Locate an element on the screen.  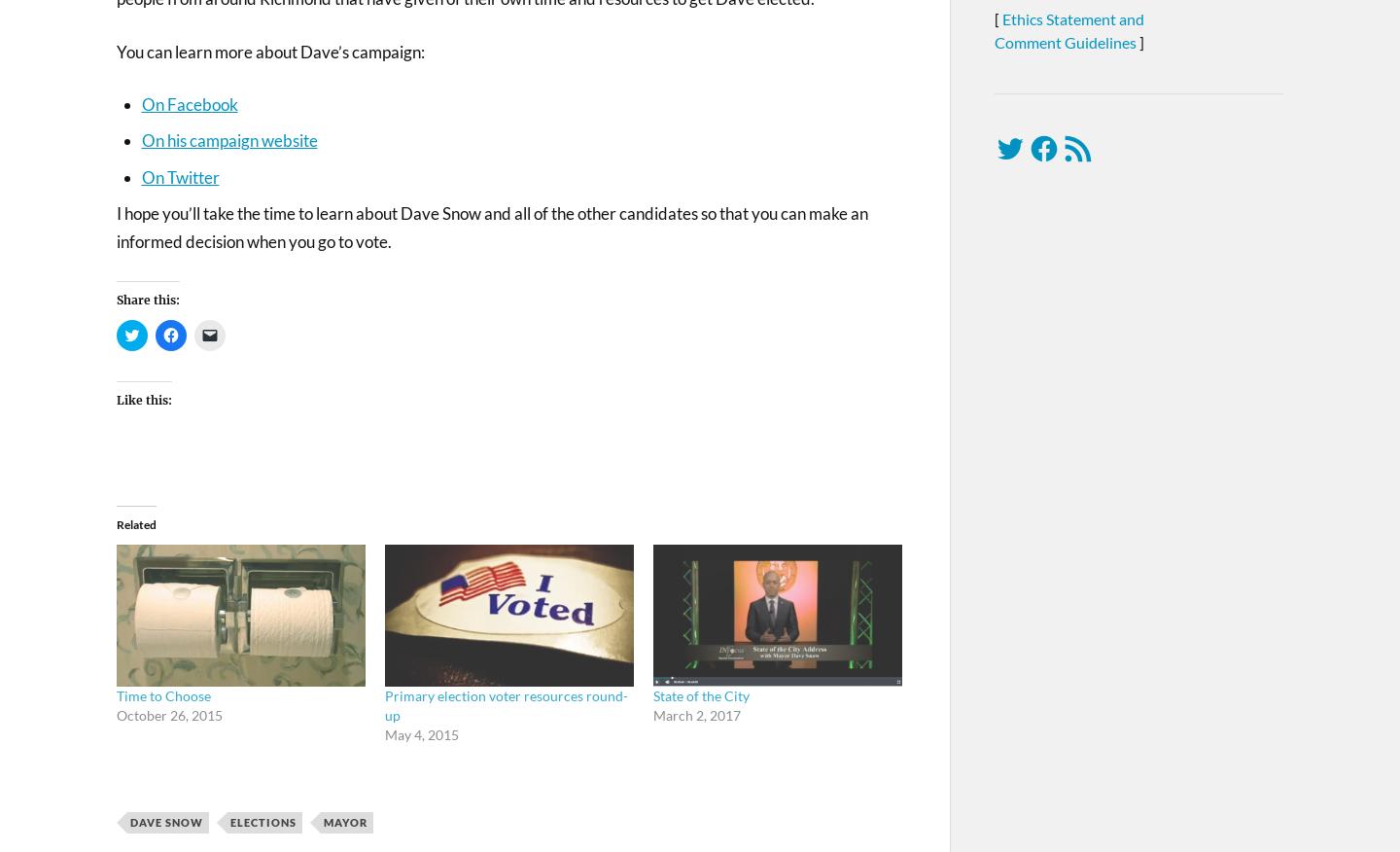
'elections' is located at coordinates (262, 821).